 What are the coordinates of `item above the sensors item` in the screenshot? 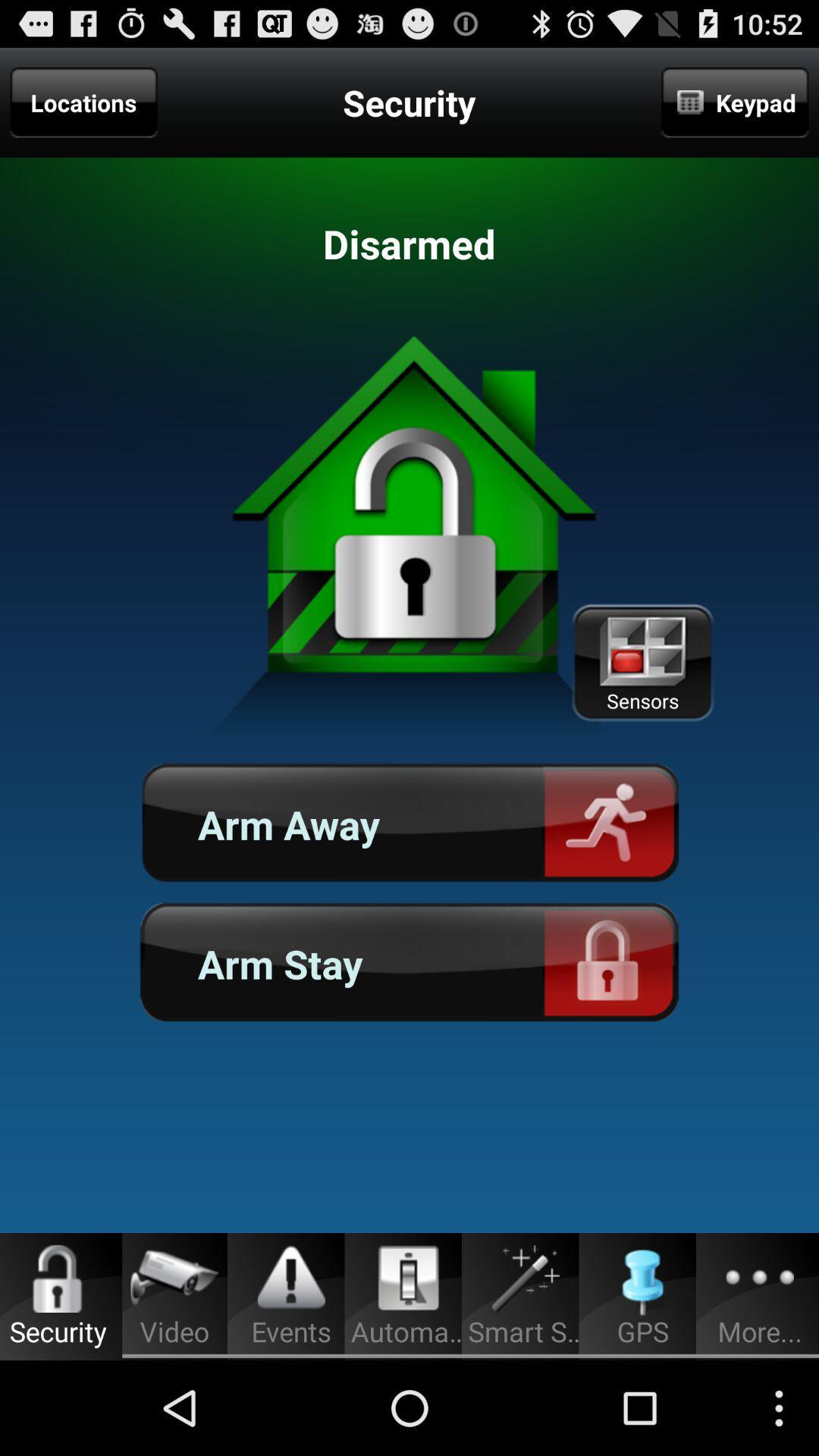 It's located at (734, 102).